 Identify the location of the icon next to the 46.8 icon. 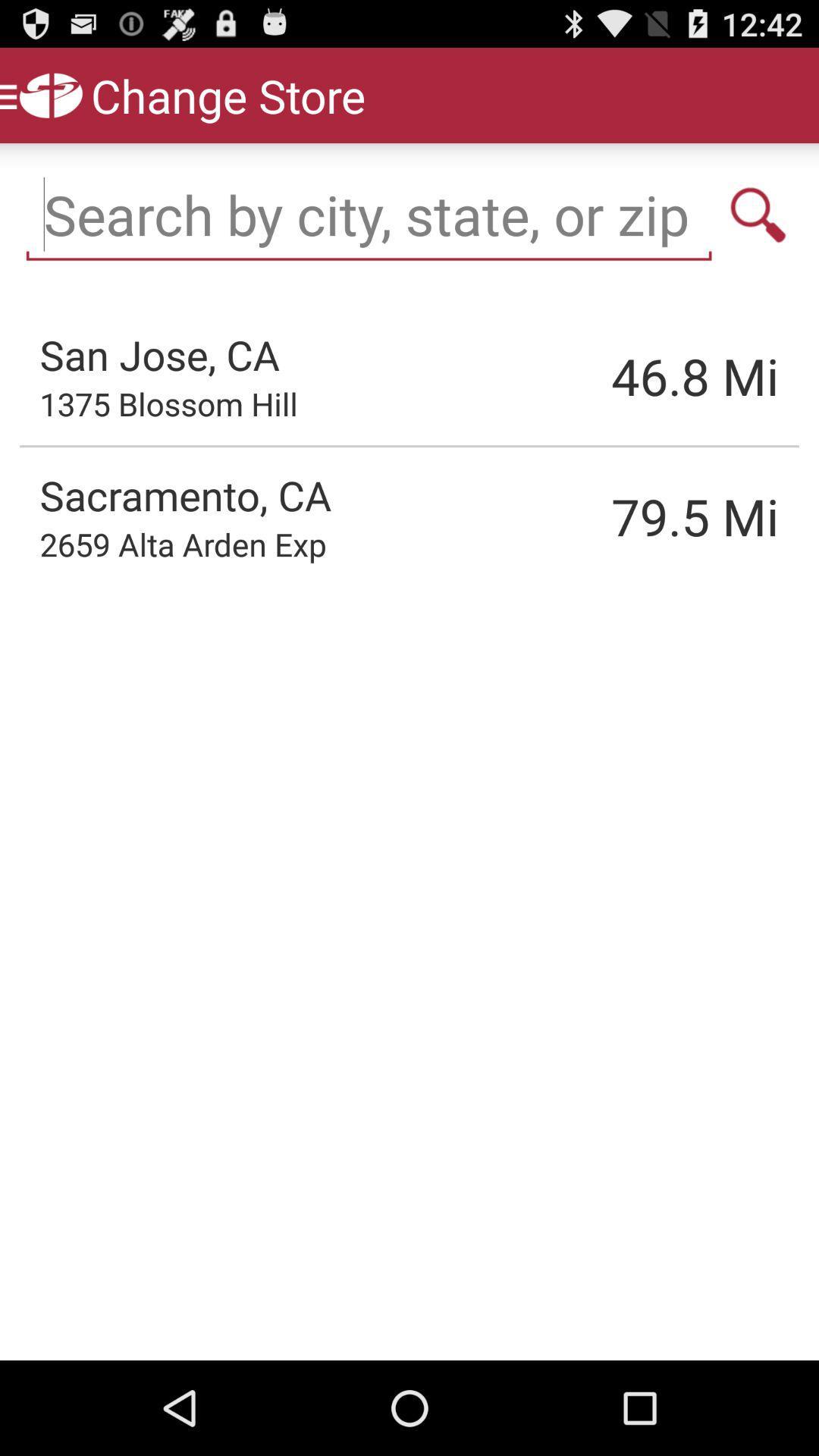
(168, 403).